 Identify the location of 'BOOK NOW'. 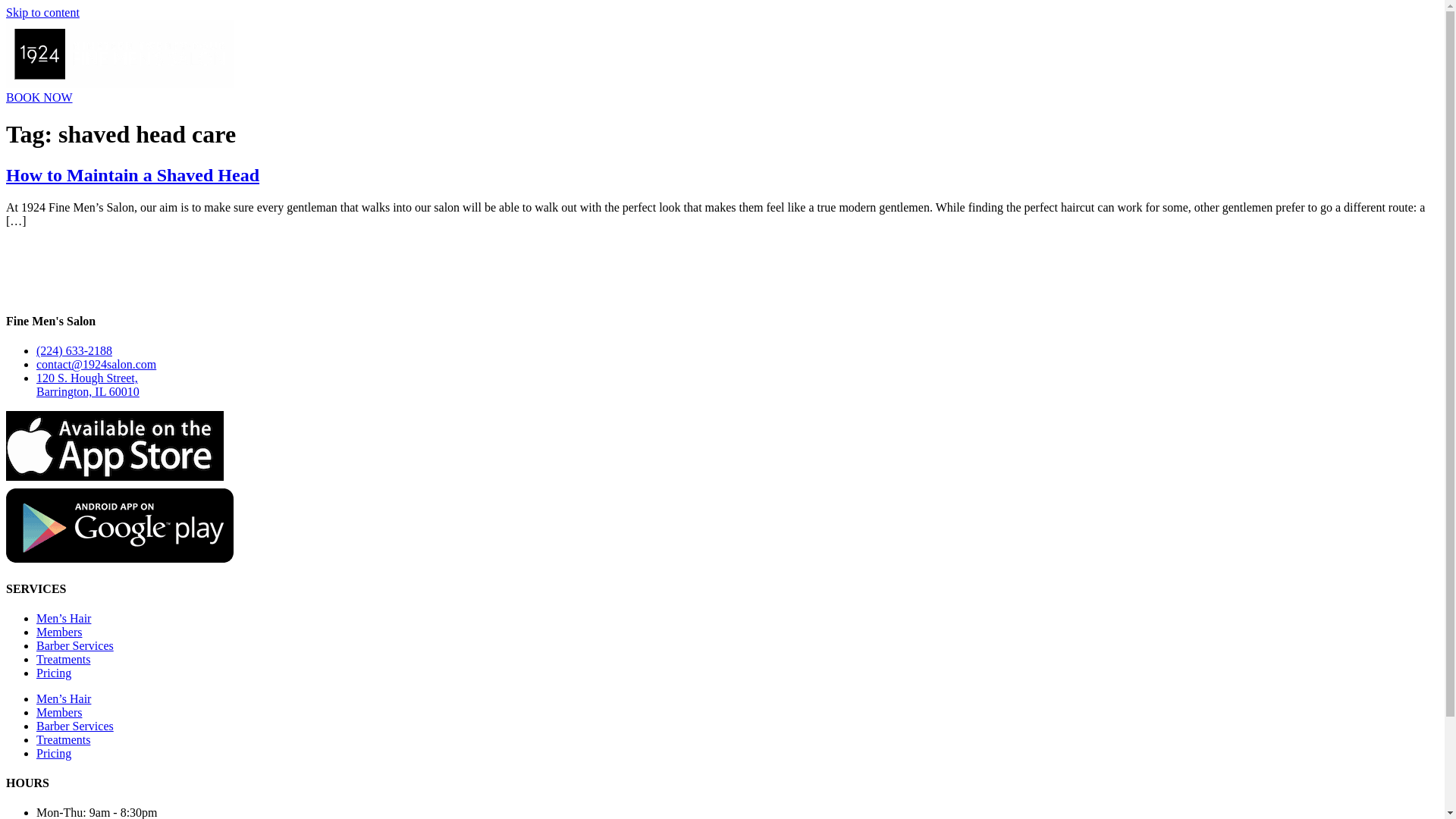
(39, 97).